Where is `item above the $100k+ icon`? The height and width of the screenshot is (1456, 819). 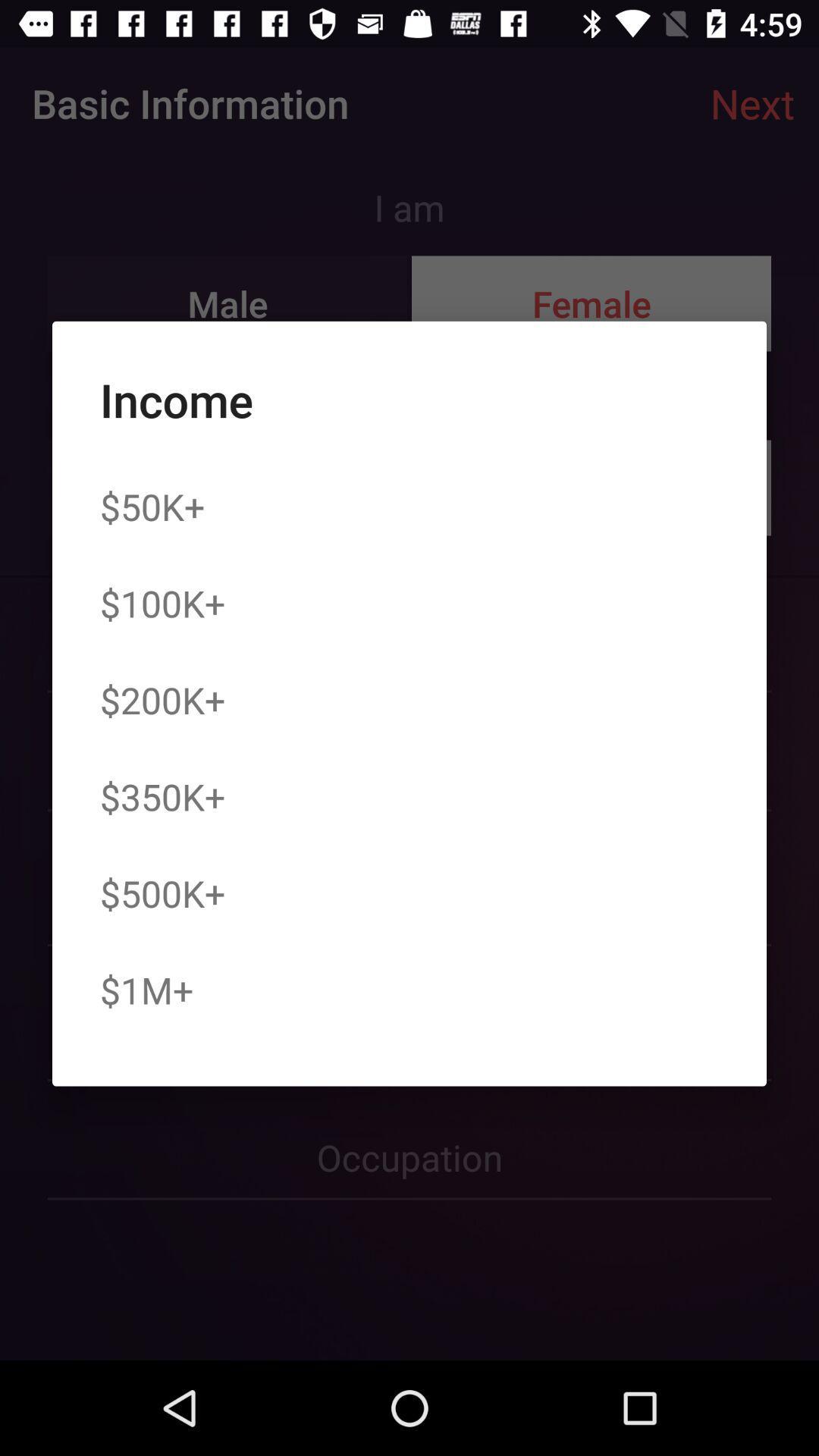
item above the $100k+ icon is located at coordinates (152, 507).